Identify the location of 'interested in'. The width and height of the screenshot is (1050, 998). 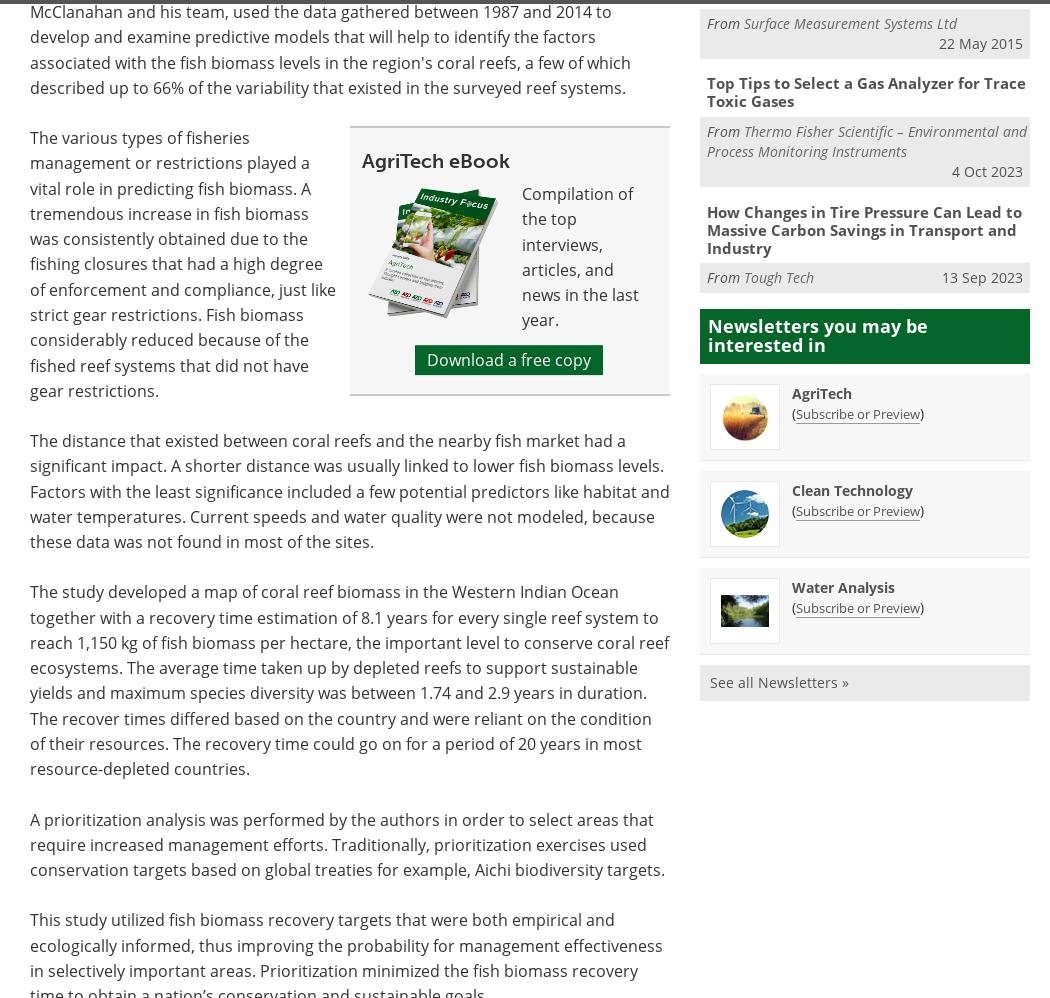
(767, 345).